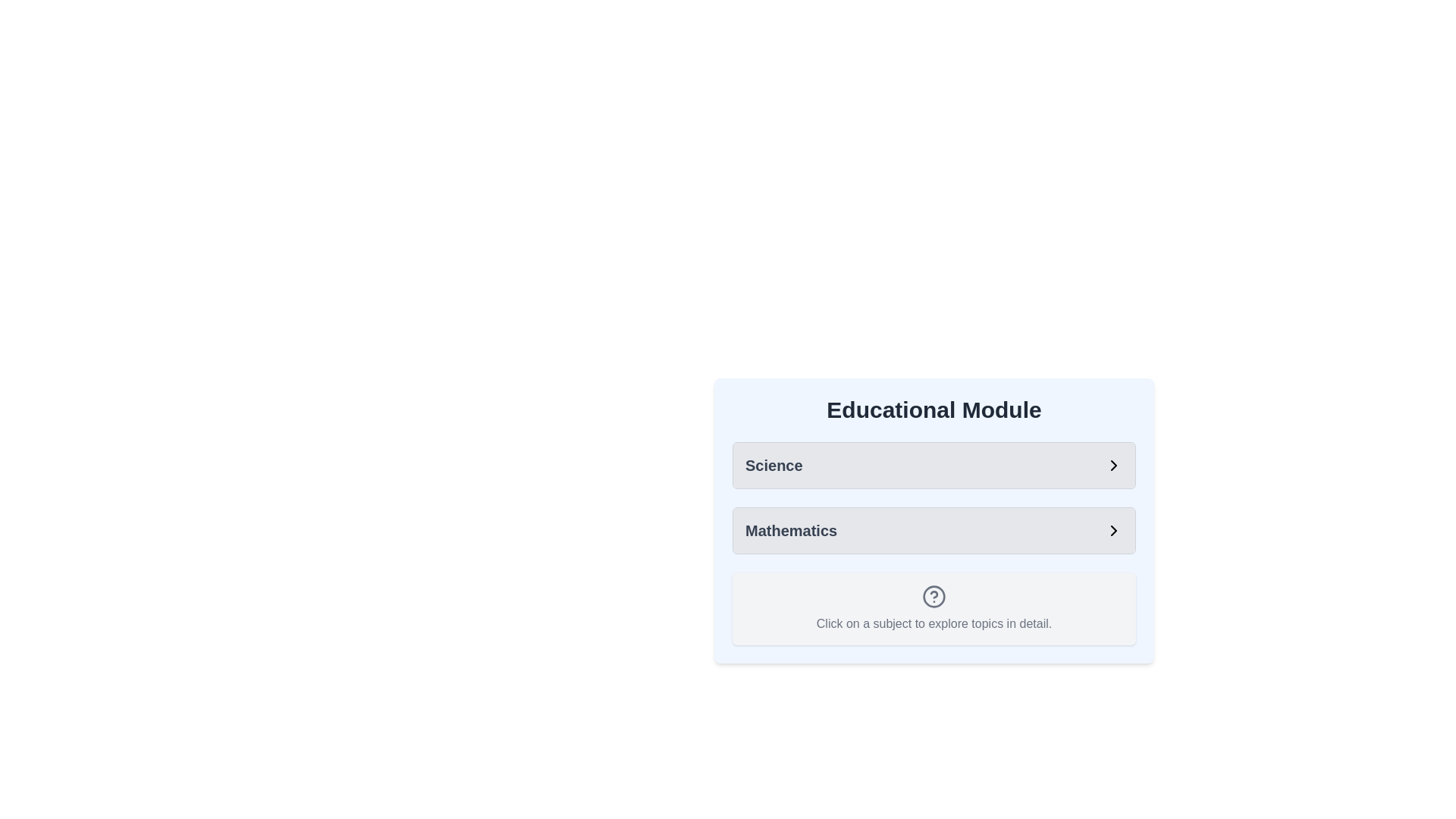  Describe the element at coordinates (1113, 464) in the screenshot. I see `the right-pointing chevron icon located at the far right of the 'Science' row in the 'Educational Module' section` at that location.